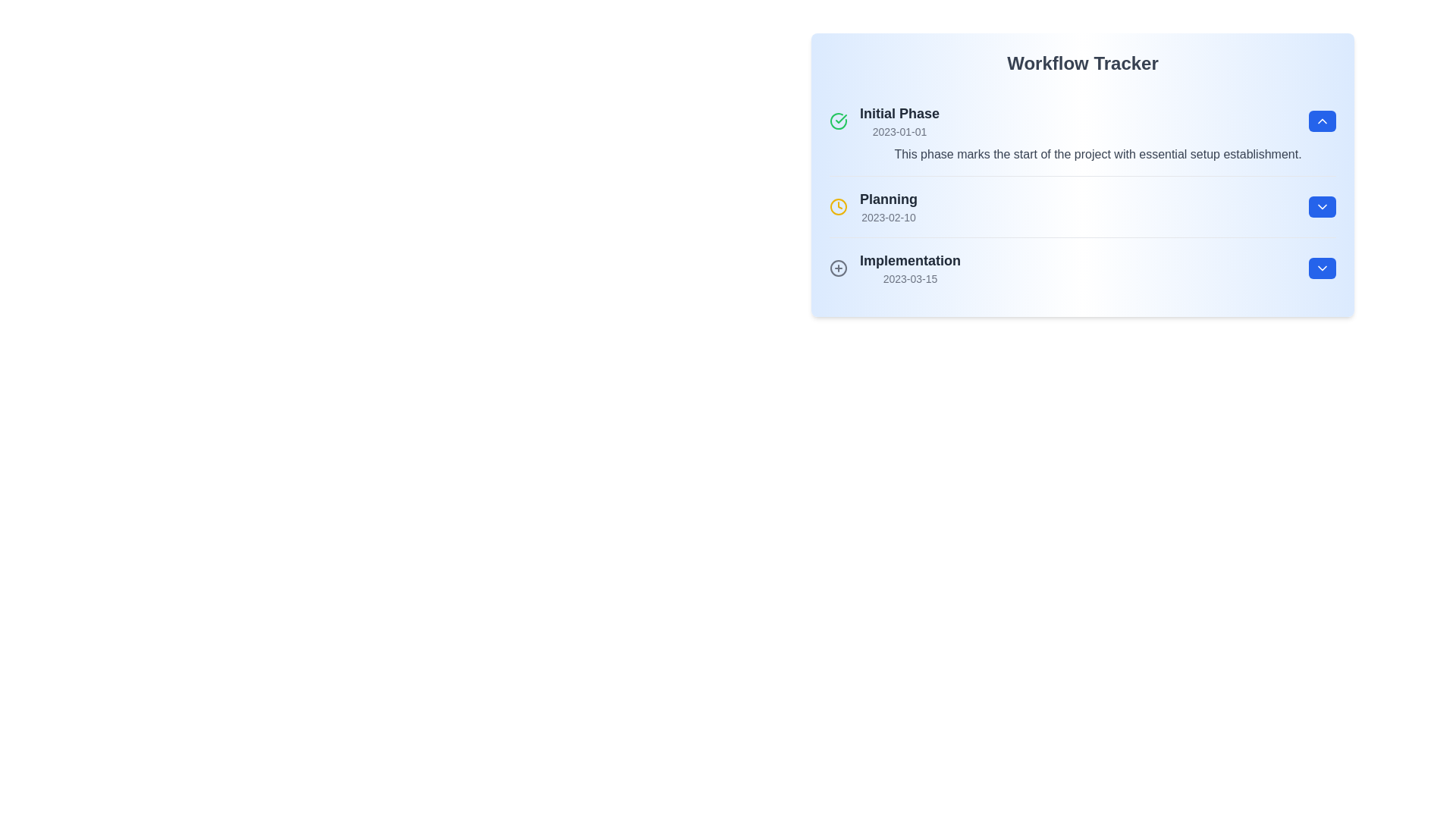 This screenshot has width=1456, height=819. I want to click on the green circular checkmark icon located to the left of the 'Initial Phase' label in the 'Workflow Tracker' component, so click(837, 120).